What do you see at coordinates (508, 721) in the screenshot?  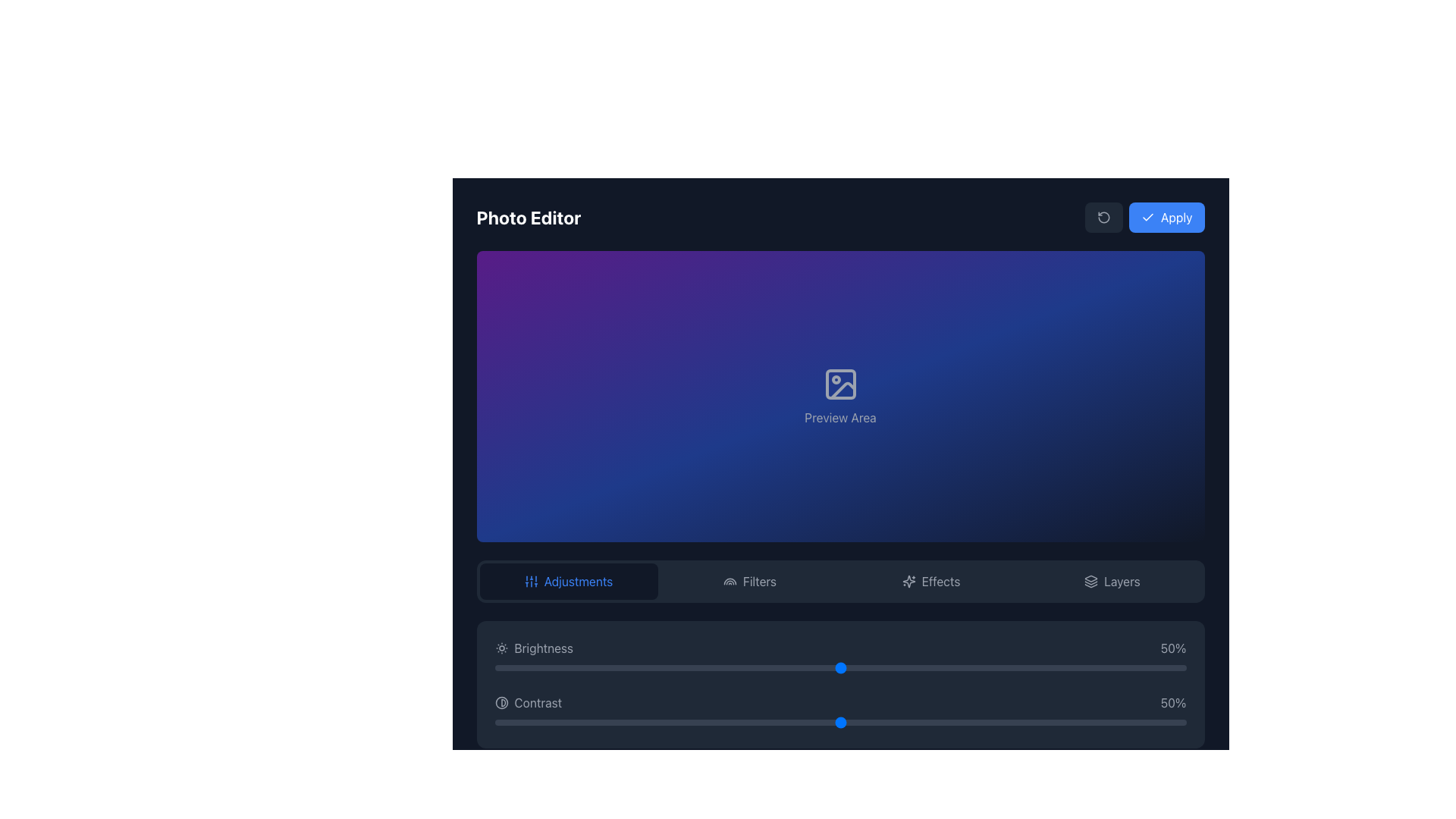 I see `the contrast` at bounding box center [508, 721].